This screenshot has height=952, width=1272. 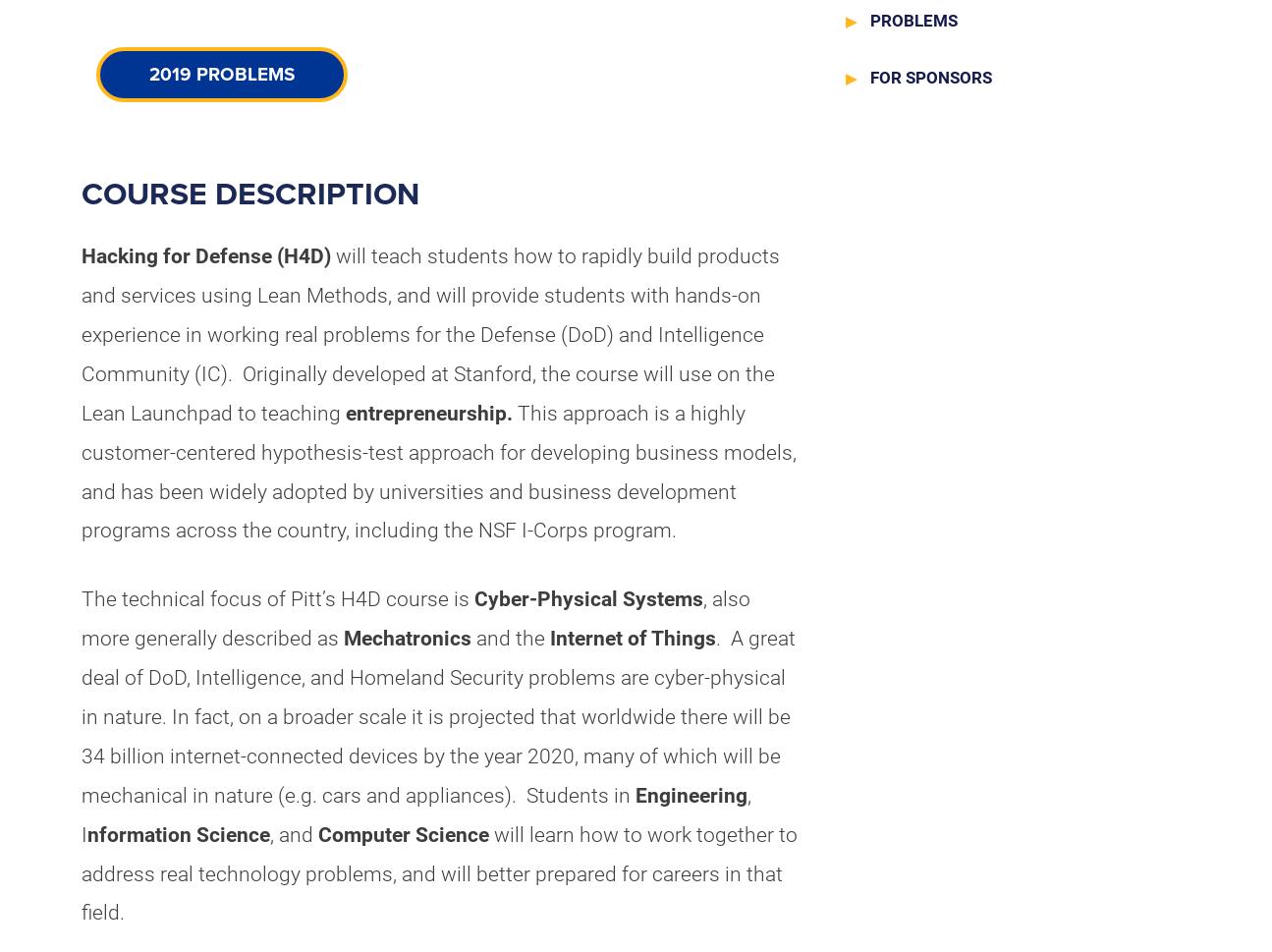 I want to click on ', and', so click(x=293, y=833).